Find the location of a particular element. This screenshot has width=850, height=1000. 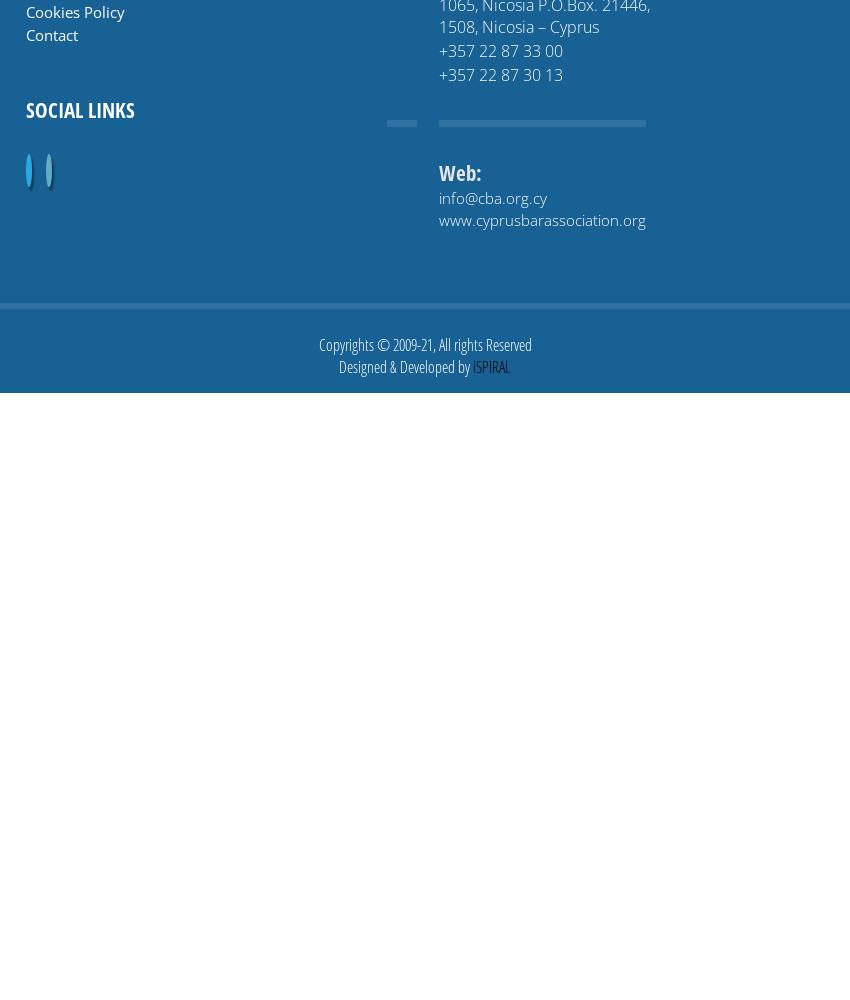

'info@cba.org.cy' is located at coordinates (438, 197).